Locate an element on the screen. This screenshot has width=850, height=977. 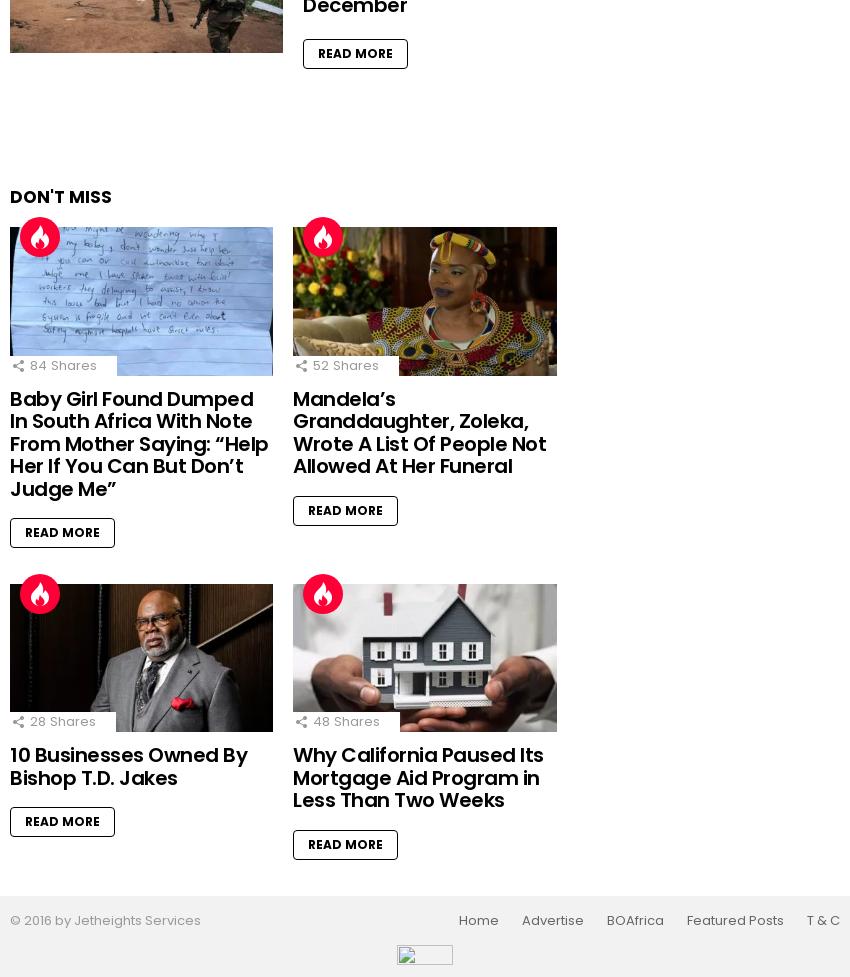
'Don't Miss' is located at coordinates (61, 194).